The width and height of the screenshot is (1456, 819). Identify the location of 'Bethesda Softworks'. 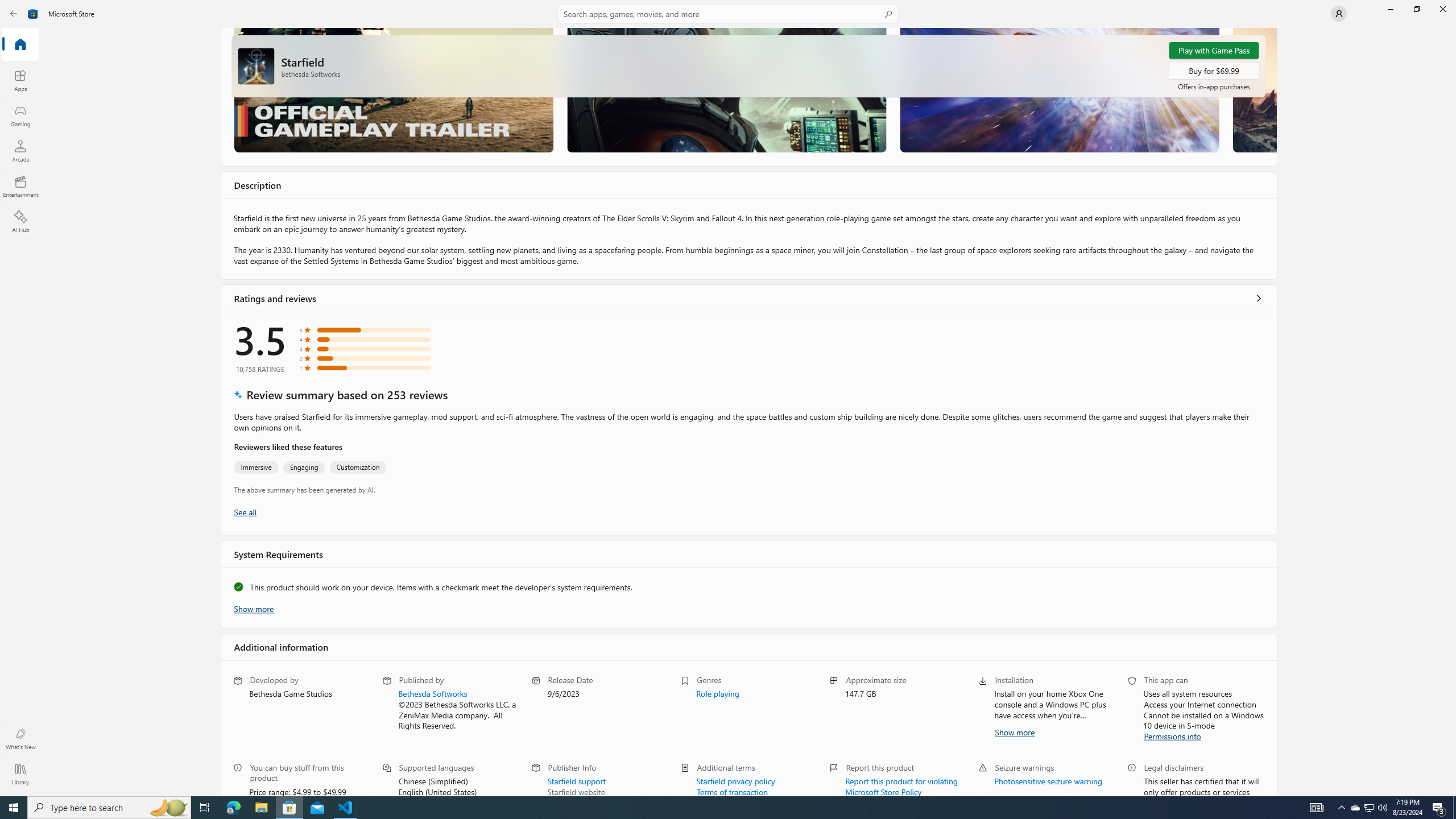
(432, 692).